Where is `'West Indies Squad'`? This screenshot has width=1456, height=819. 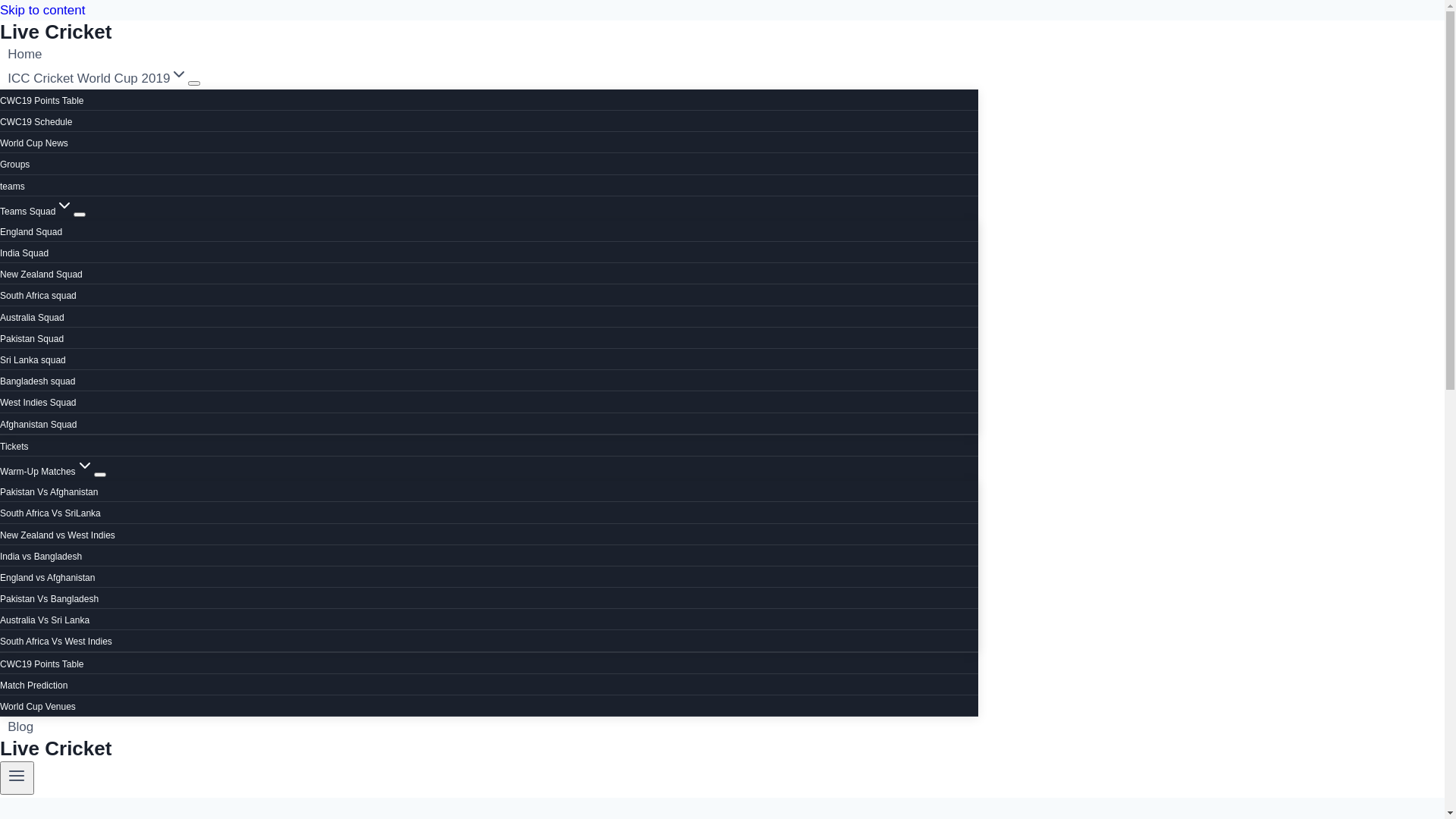 'West Indies Squad' is located at coordinates (38, 402).